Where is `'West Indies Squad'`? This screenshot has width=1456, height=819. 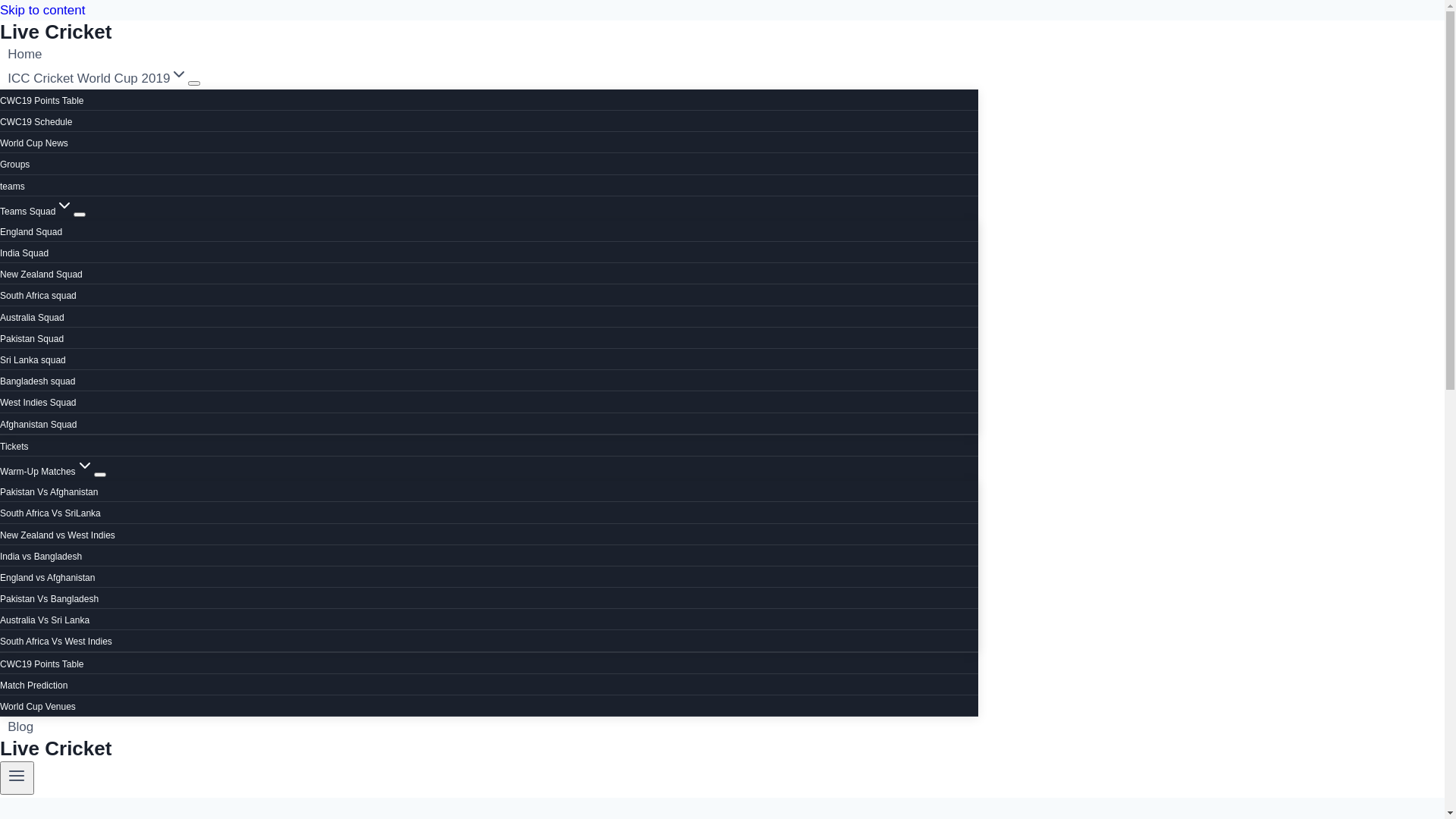 'West Indies Squad' is located at coordinates (38, 402).